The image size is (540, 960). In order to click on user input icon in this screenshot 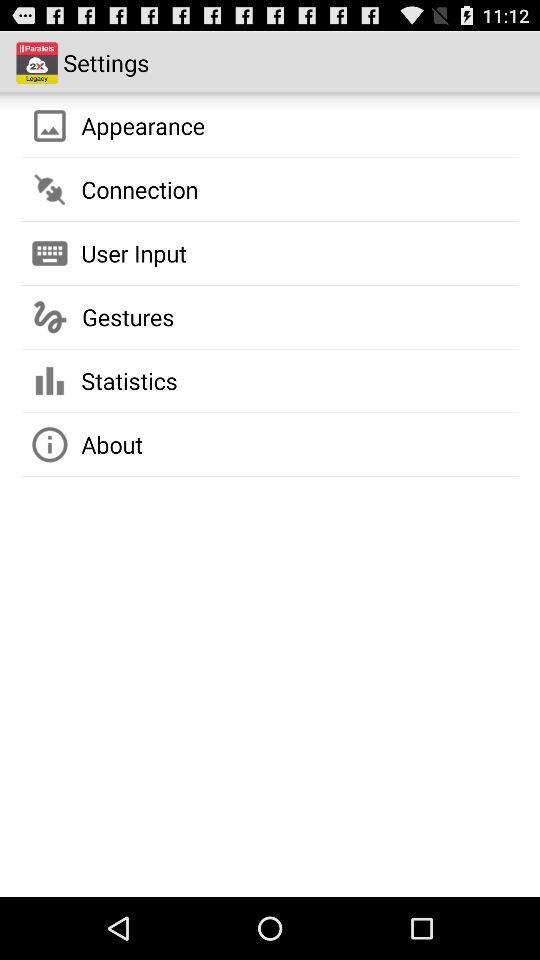, I will do `click(134, 252)`.